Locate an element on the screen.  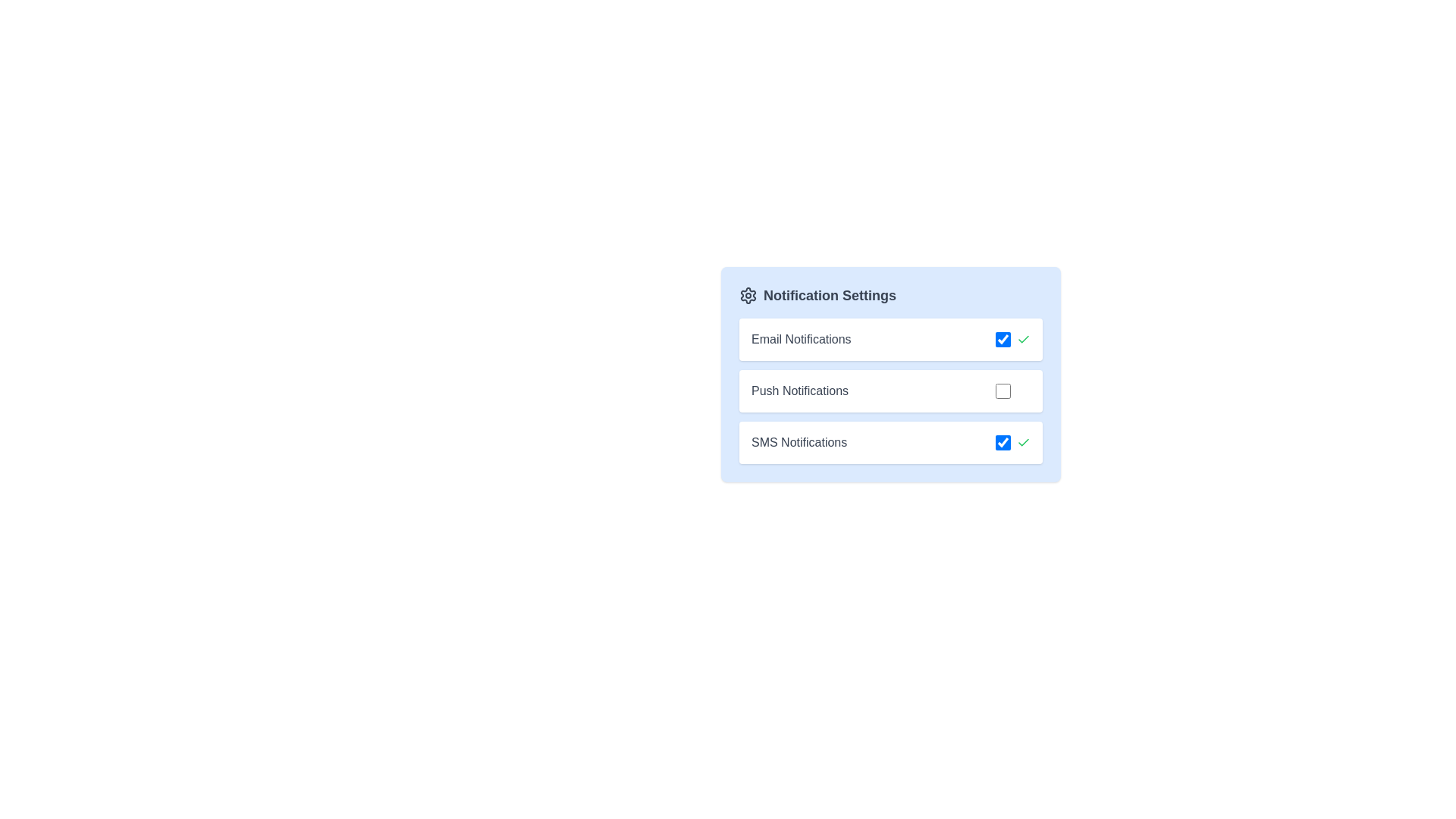
the text label indicating SMS notifications, which is the third element in the vertical list of notification options is located at coordinates (799, 442).